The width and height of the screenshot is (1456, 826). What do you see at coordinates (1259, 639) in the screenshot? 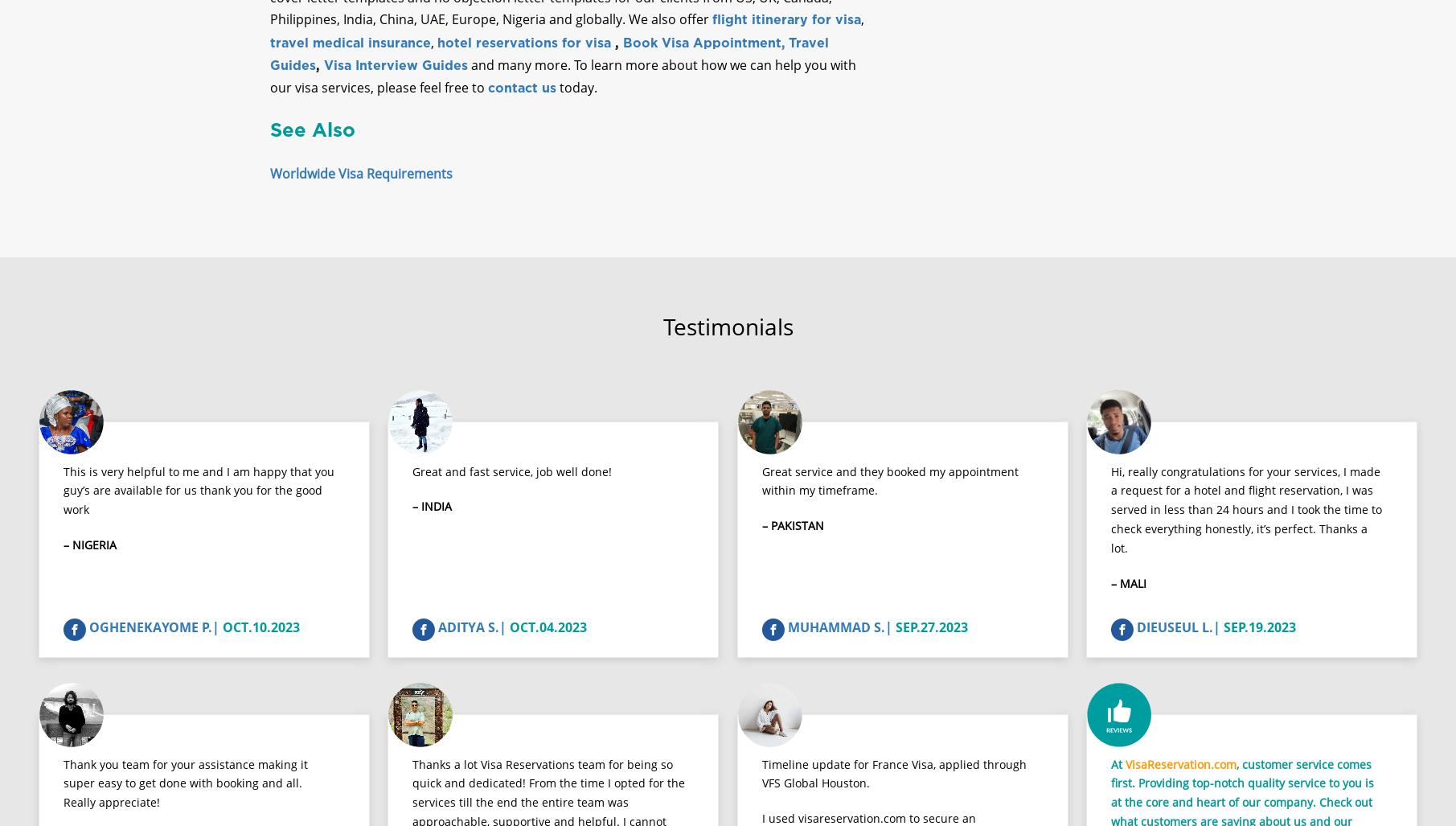
I see `'SEP.19.2023'` at bounding box center [1259, 639].